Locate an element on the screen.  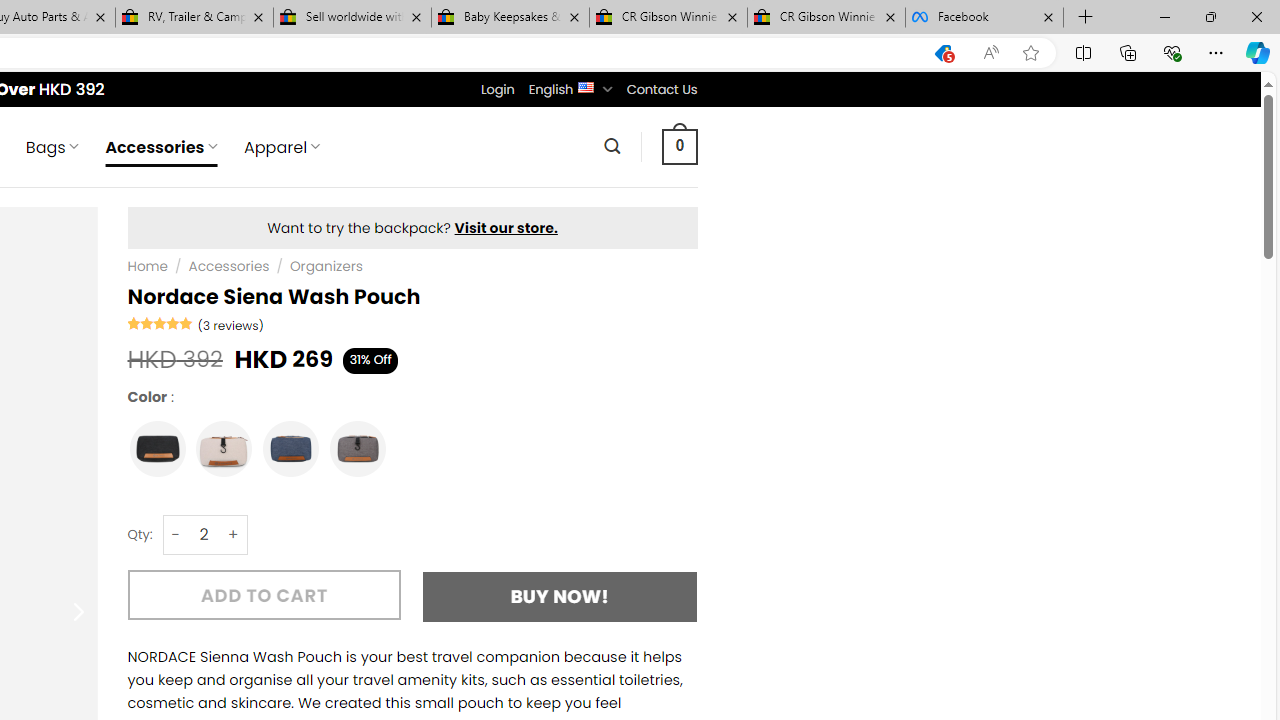
'Split screen' is located at coordinates (1082, 51).